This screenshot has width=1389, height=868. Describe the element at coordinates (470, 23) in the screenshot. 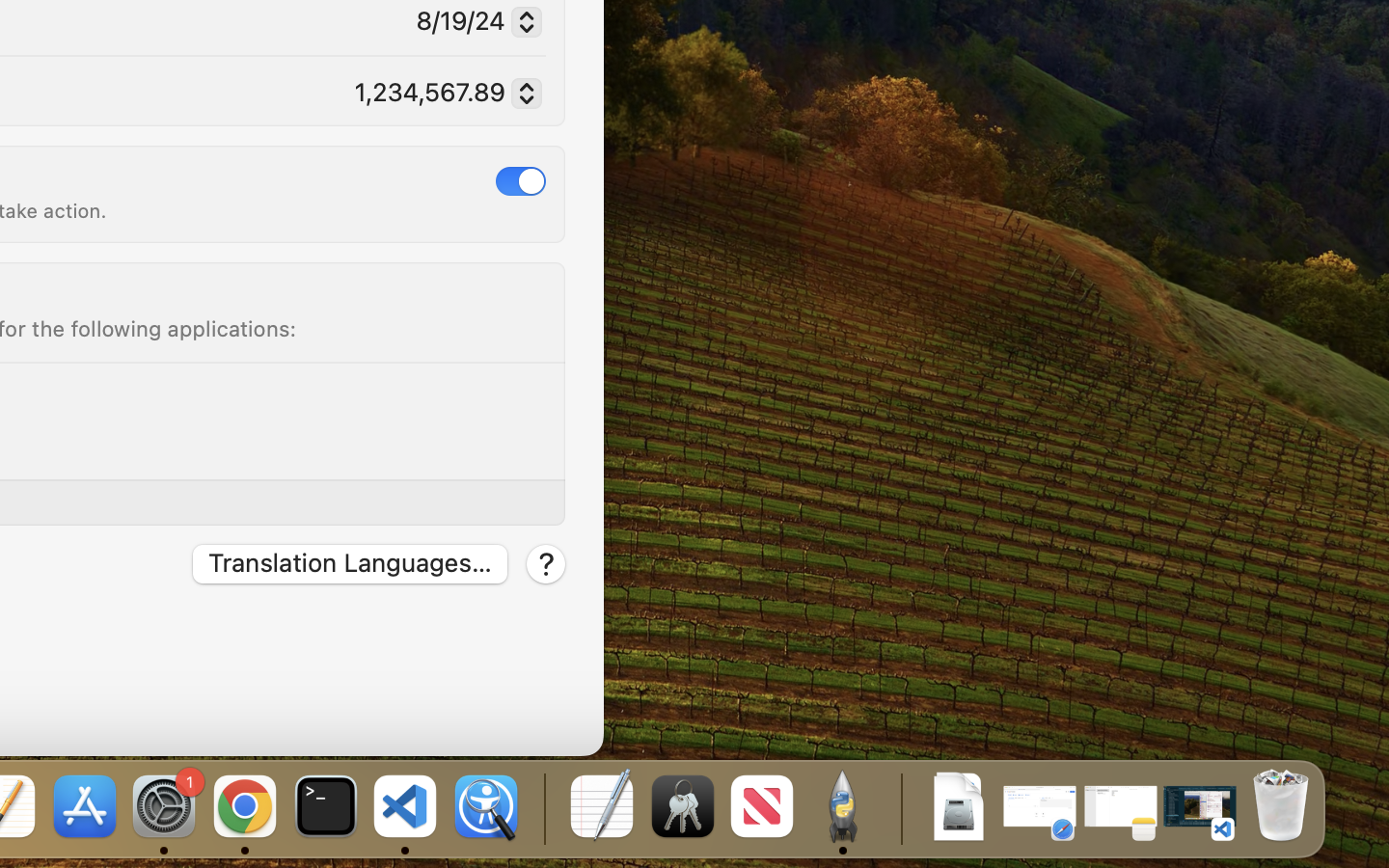

I see `'8/19/24'` at that location.